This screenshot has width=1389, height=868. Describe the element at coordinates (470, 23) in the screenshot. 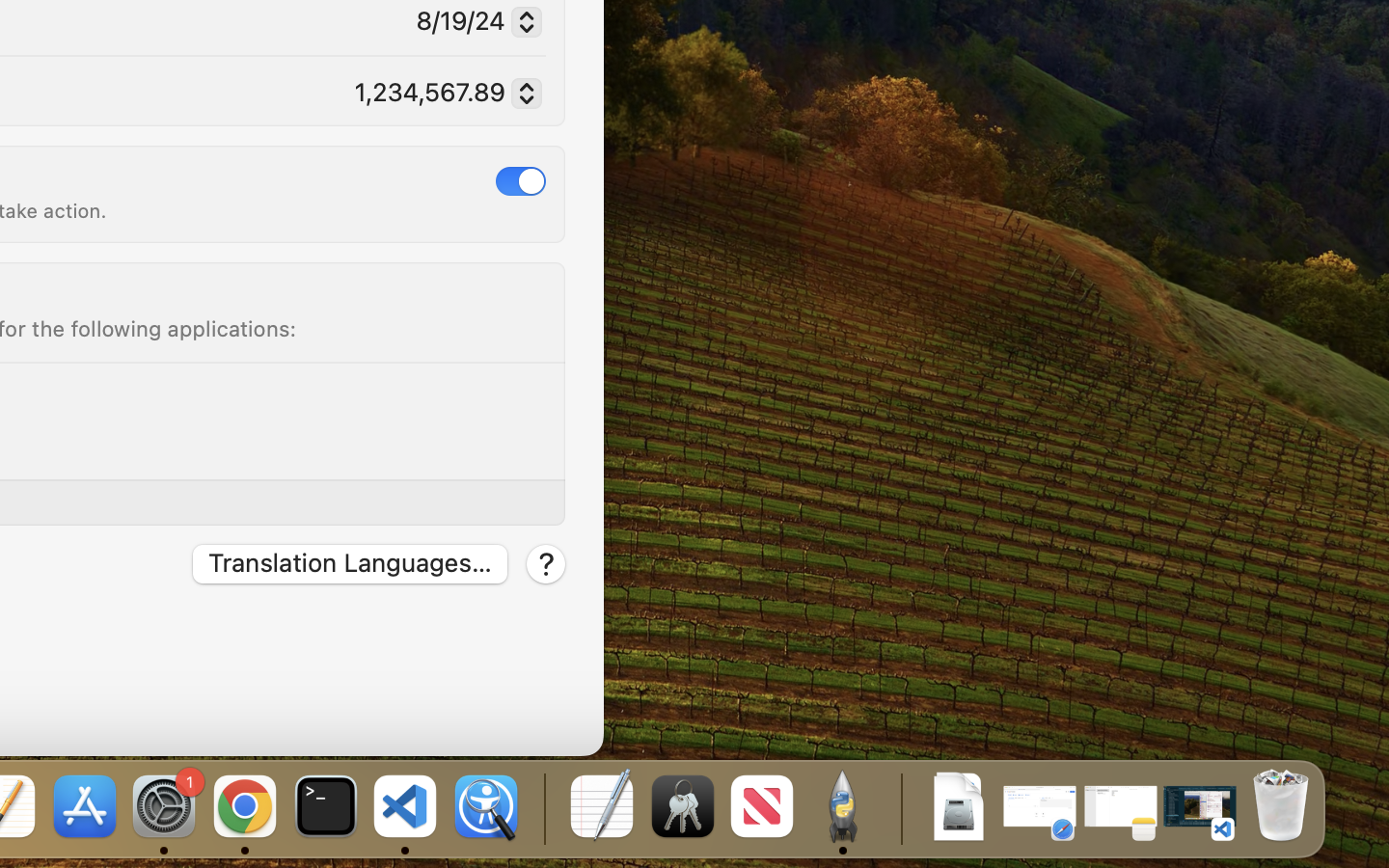

I see `'8/19/24'` at that location.